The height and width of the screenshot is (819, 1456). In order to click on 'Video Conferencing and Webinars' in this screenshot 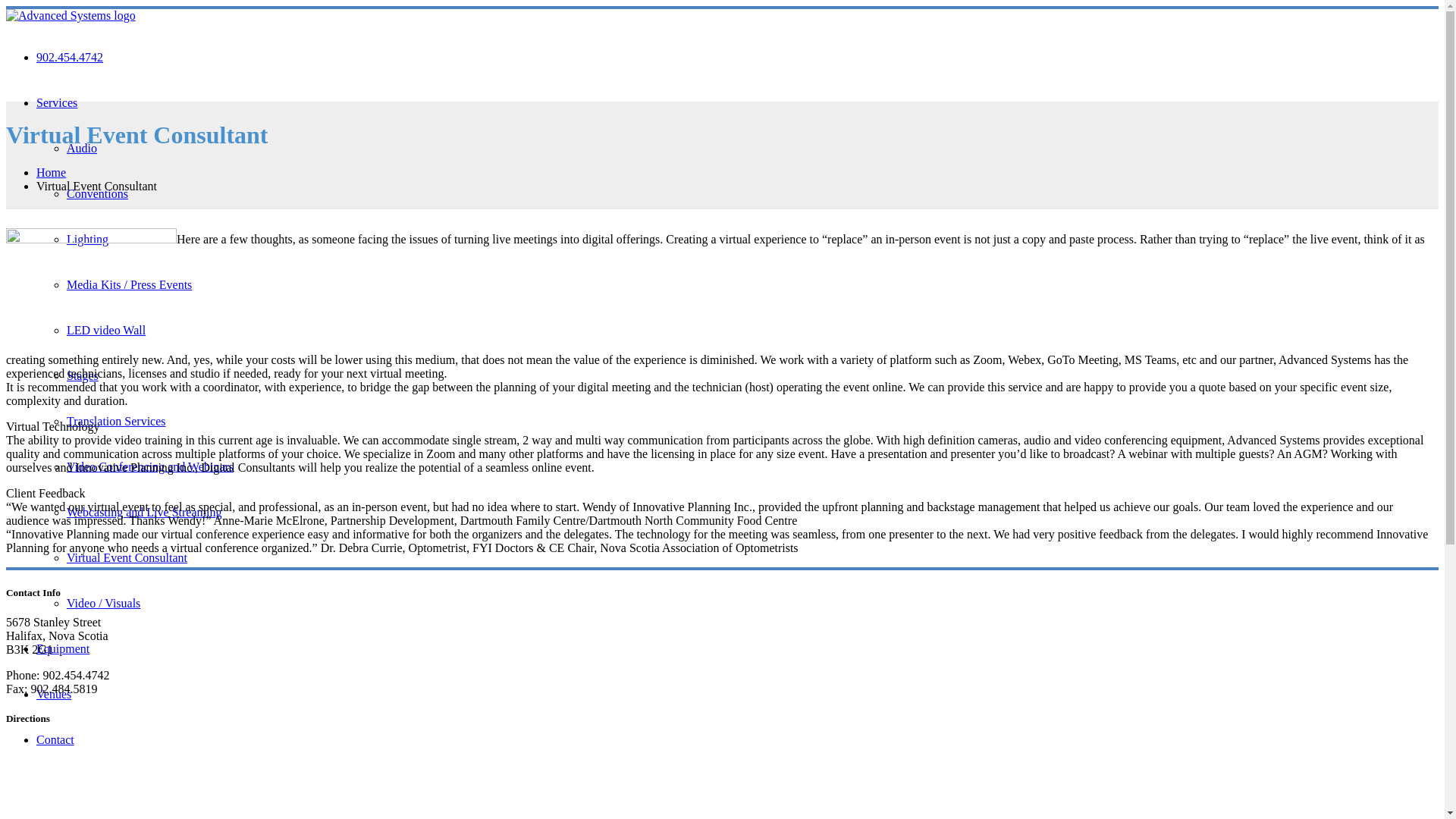, I will do `click(149, 466)`.